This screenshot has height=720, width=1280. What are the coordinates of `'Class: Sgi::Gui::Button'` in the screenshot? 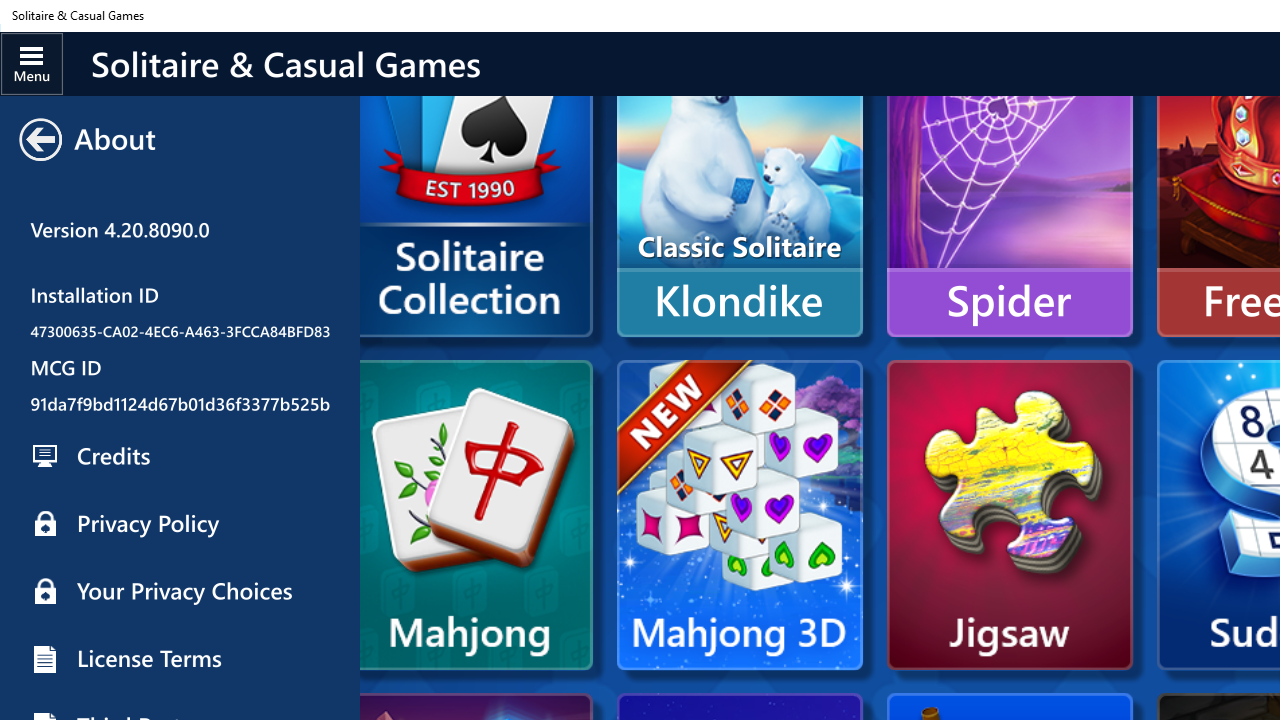 It's located at (40, 138).